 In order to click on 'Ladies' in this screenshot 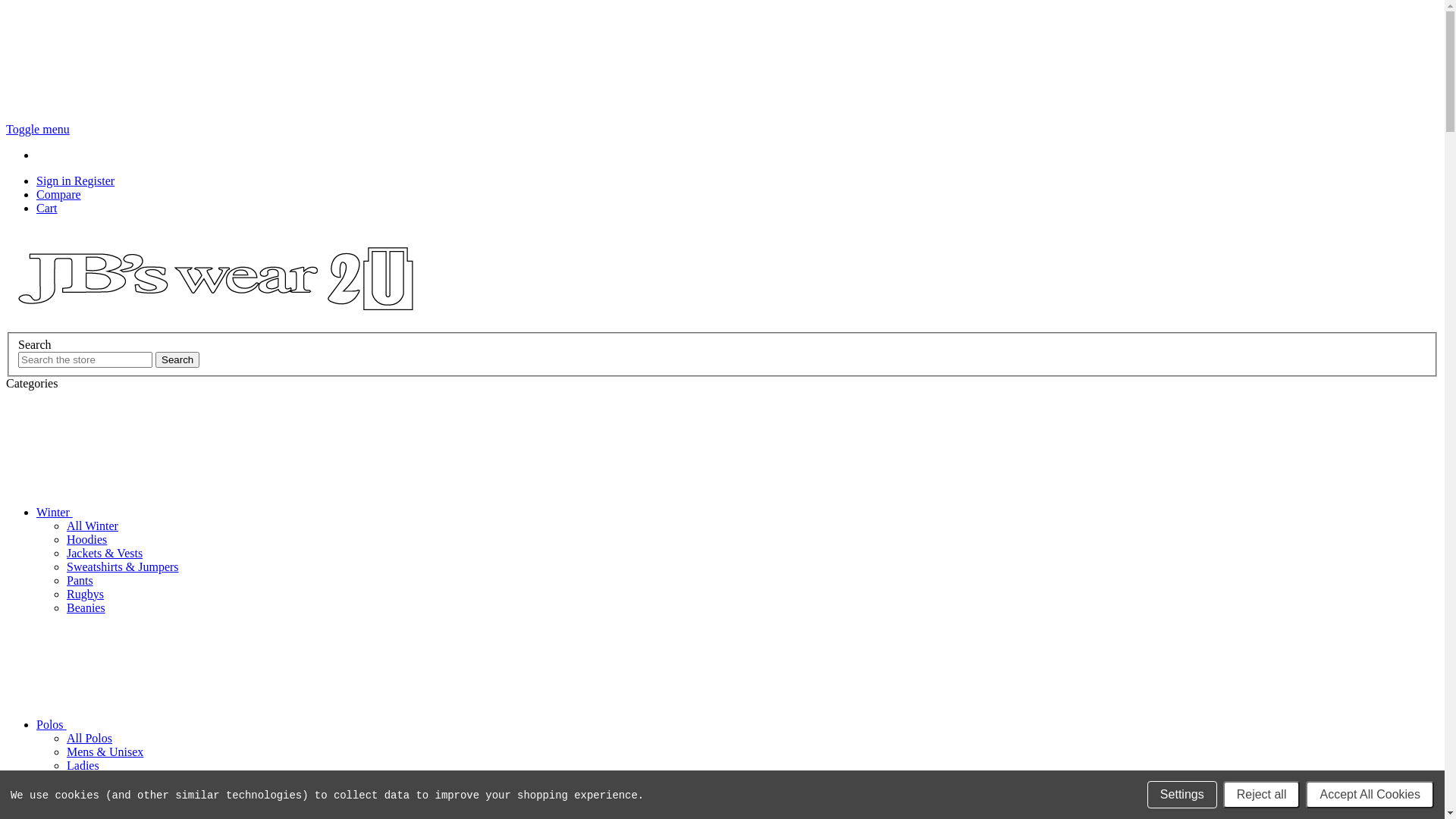, I will do `click(82, 765)`.